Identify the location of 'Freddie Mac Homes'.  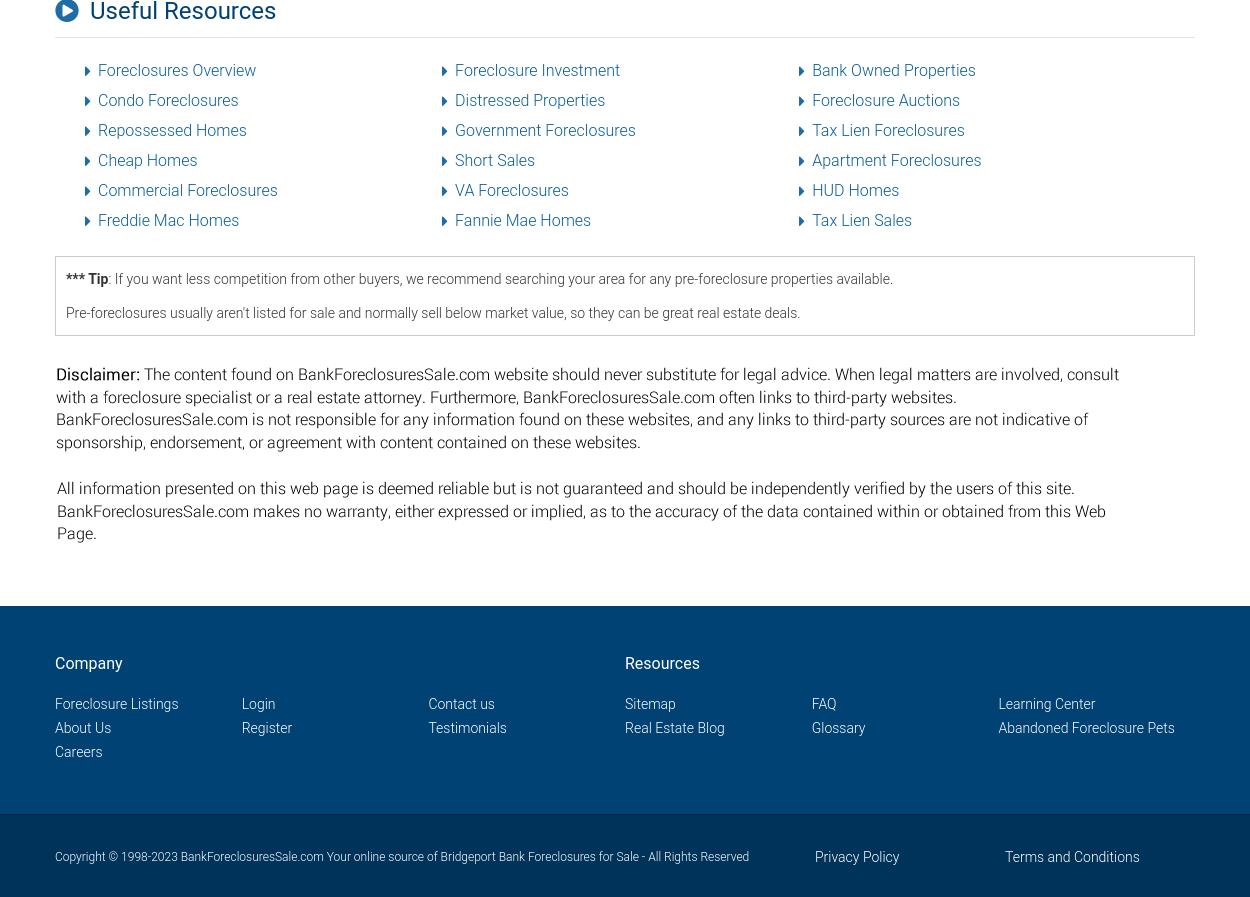
(168, 219).